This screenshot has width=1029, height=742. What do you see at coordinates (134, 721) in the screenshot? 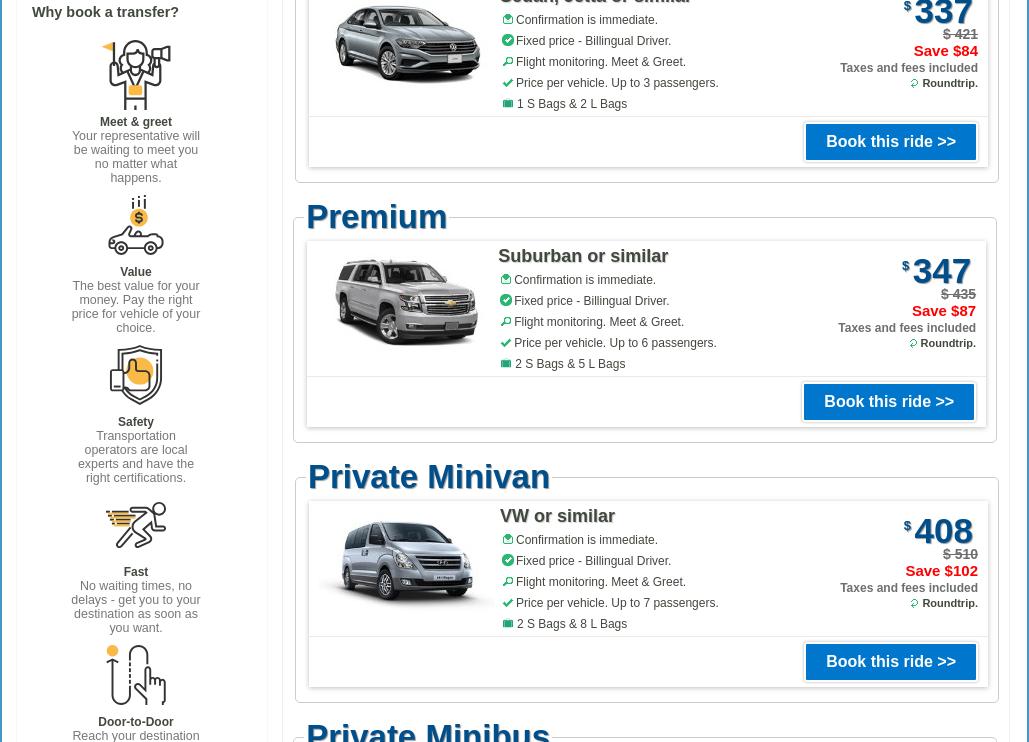
I see `'Door-to-Door'` at bounding box center [134, 721].